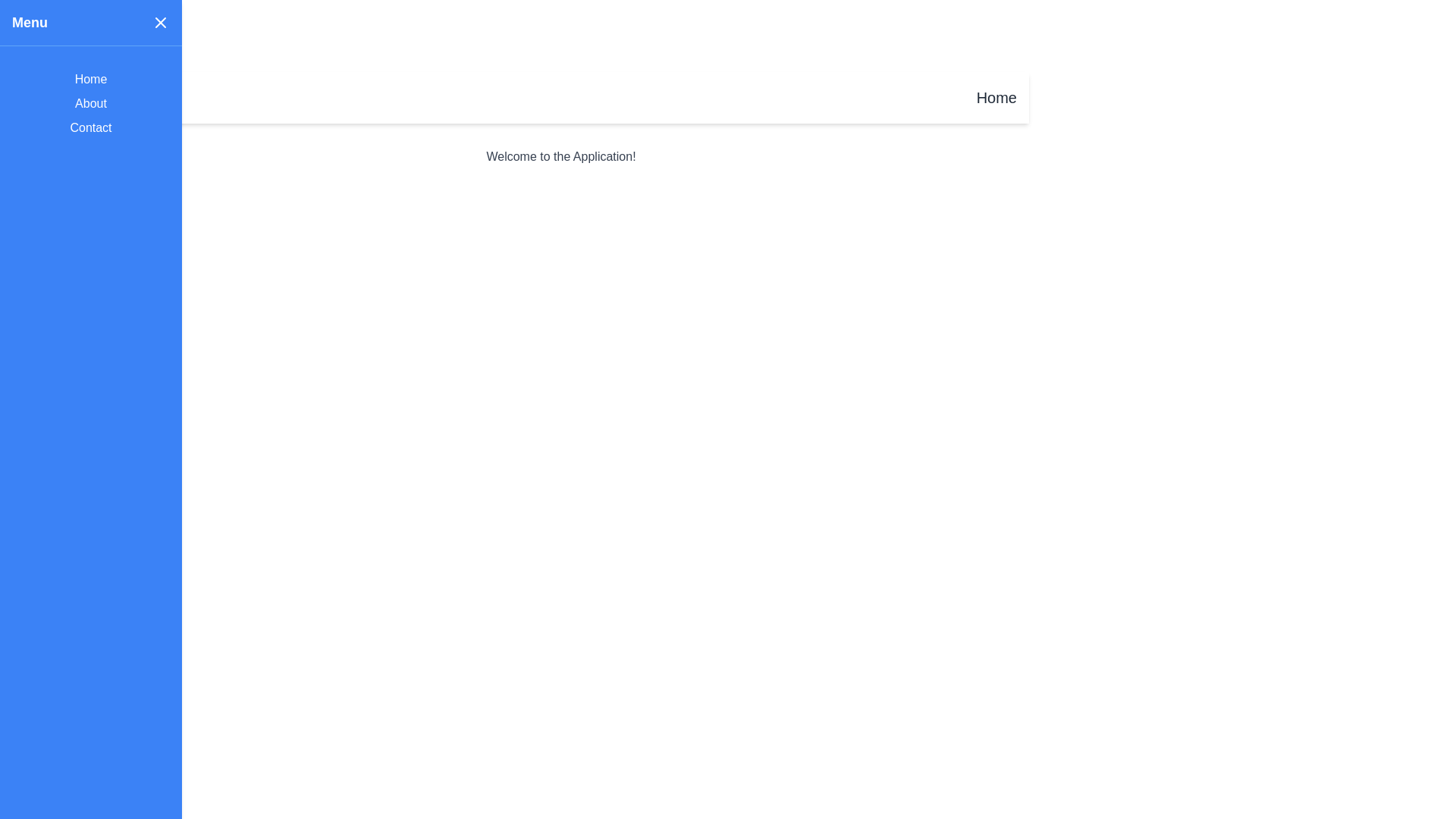 The height and width of the screenshot is (819, 1456). What do you see at coordinates (118, 97) in the screenshot?
I see `the hamburger menu icon button located in the left side navigation menu` at bounding box center [118, 97].